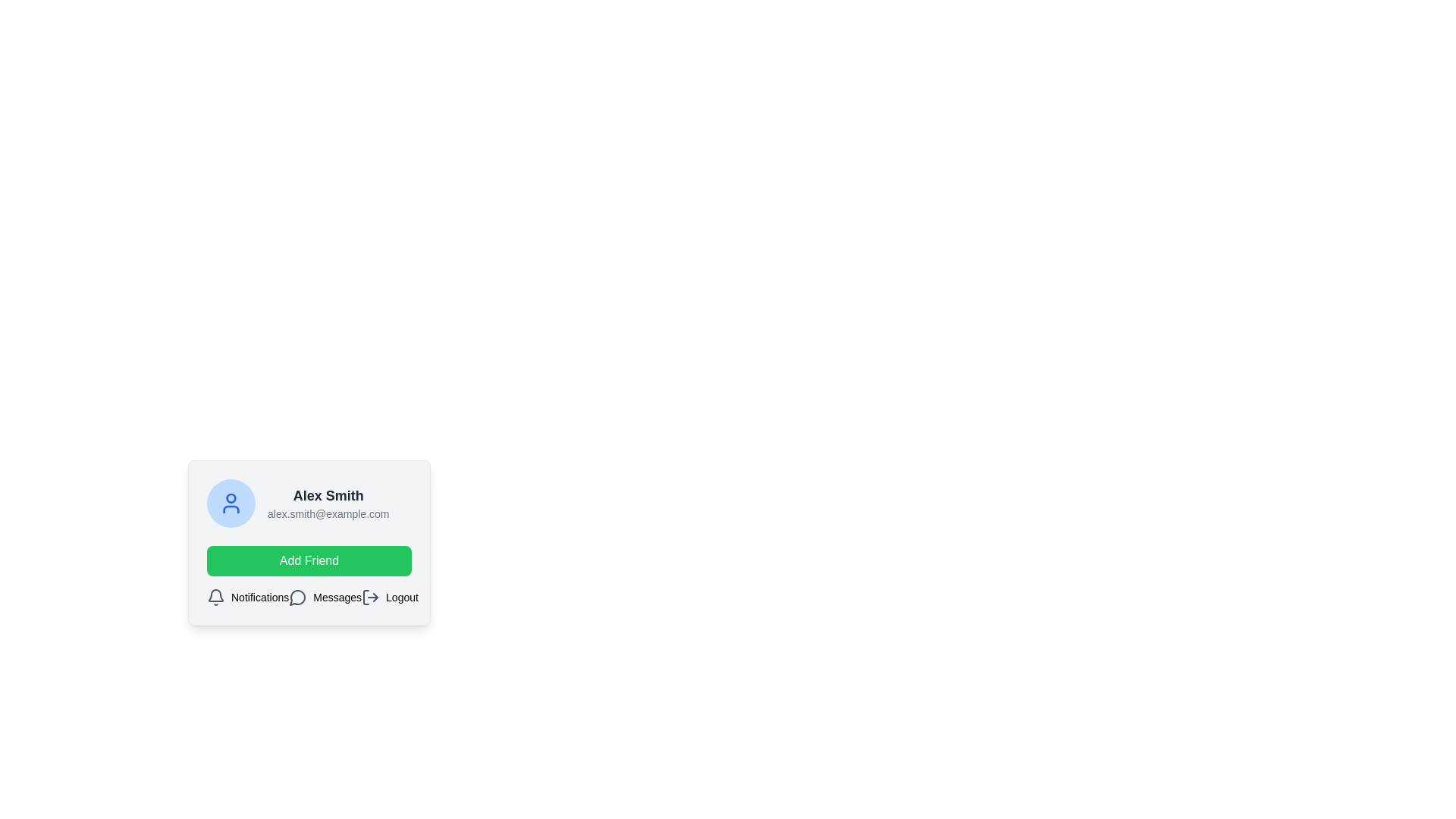 The width and height of the screenshot is (1456, 819). I want to click on the static text display component that presents the user's email address, located directly below the text 'Alex Smith' in the top-left region of the profile details card, so click(328, 513).